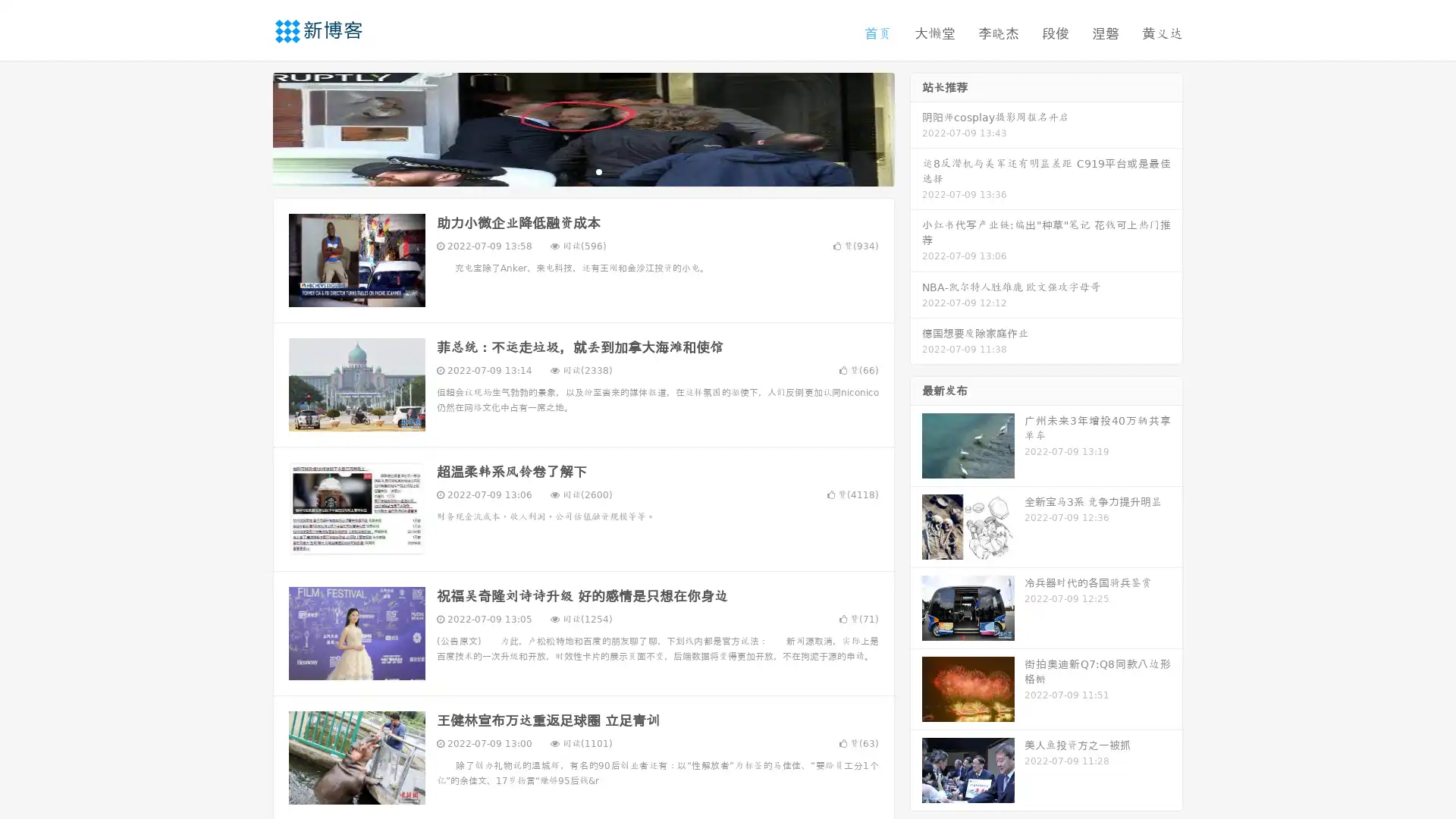  I want to click on Go to slide 2, so click(582, 171).